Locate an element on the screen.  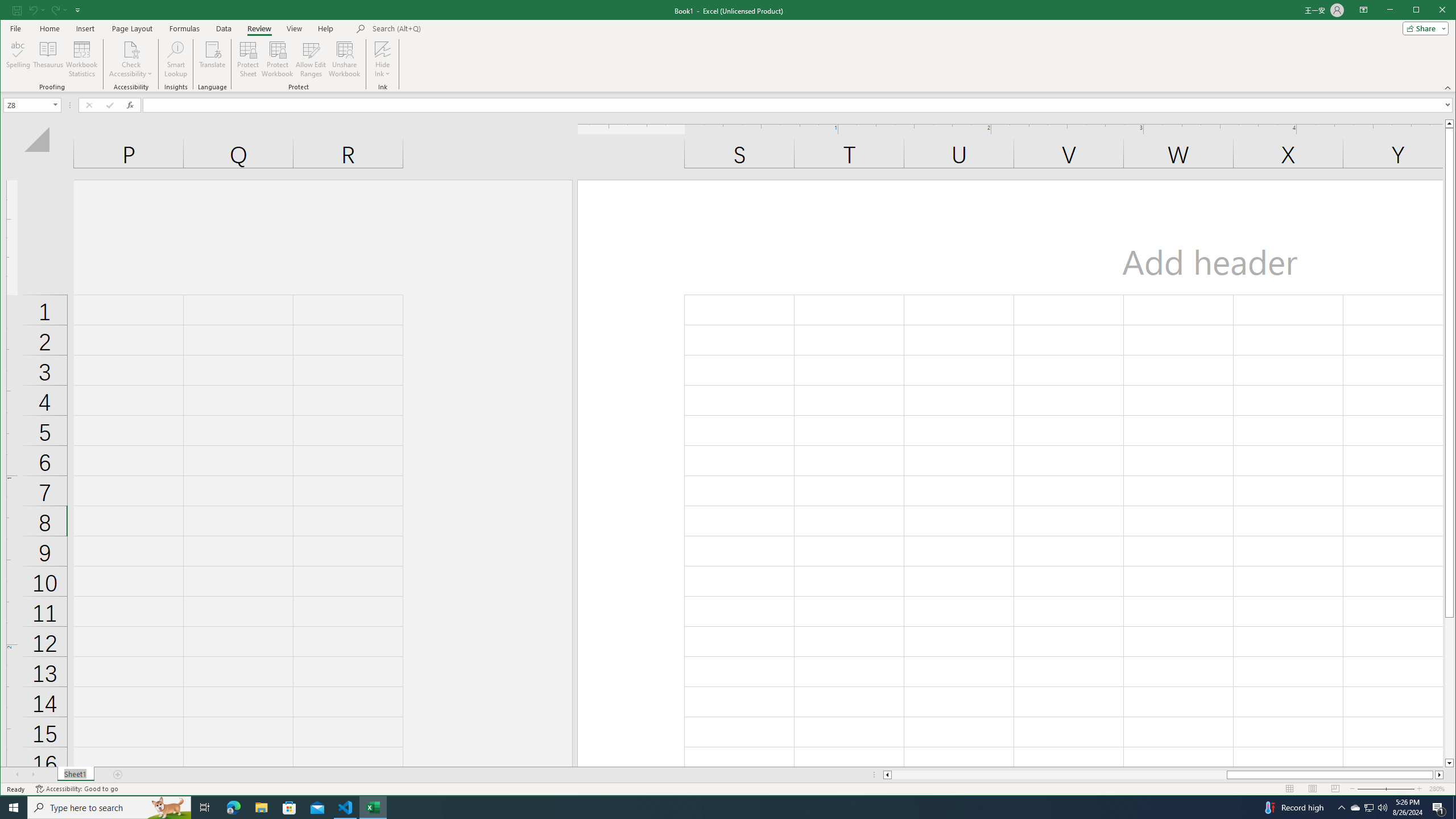
'Thesaurus...' is located at coordinates (48, 59).